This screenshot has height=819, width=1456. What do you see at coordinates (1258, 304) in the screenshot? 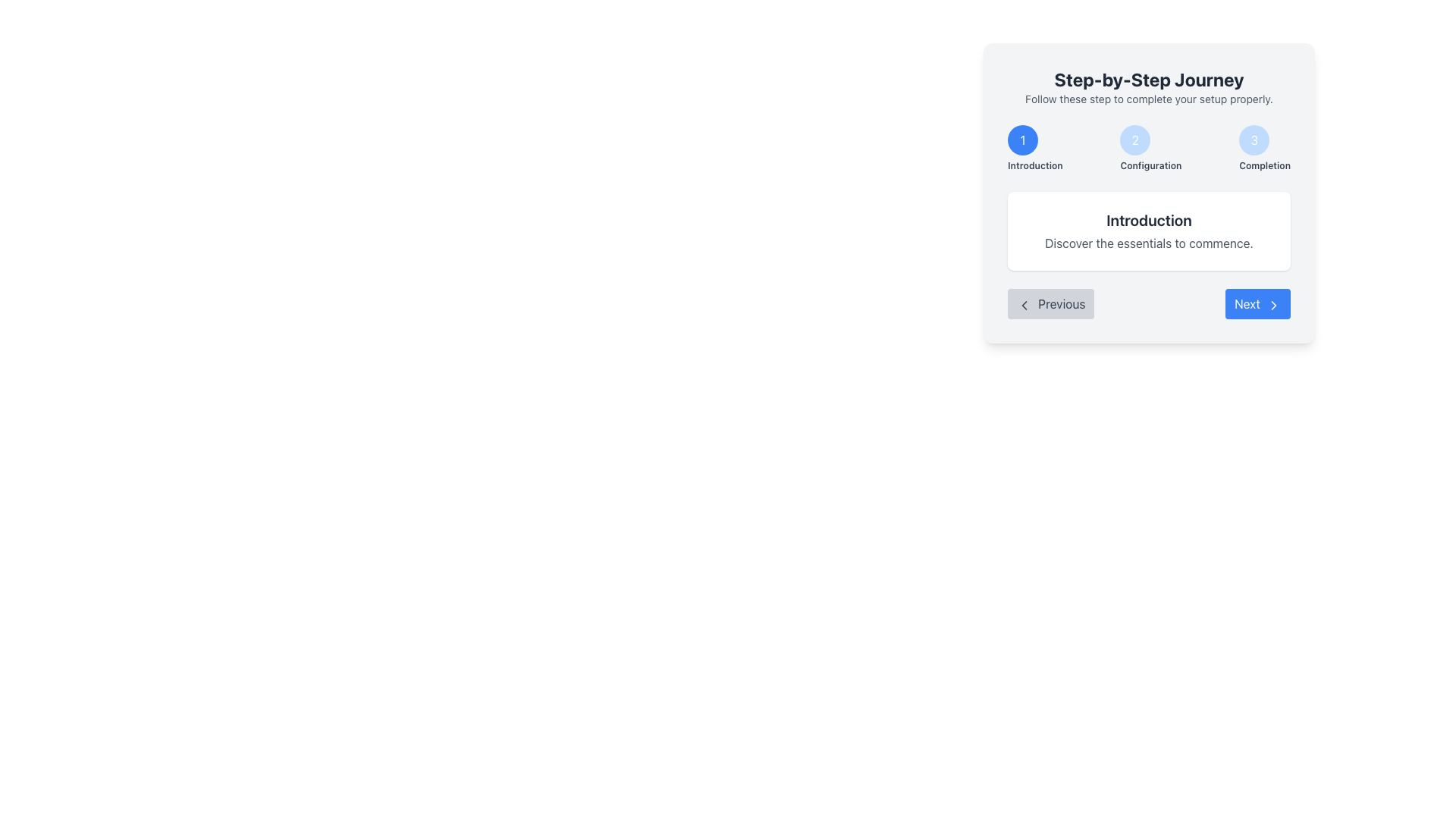
I see `the 'Next' button located at the bottom right corner of the card` at bounding box center [1258, 304].